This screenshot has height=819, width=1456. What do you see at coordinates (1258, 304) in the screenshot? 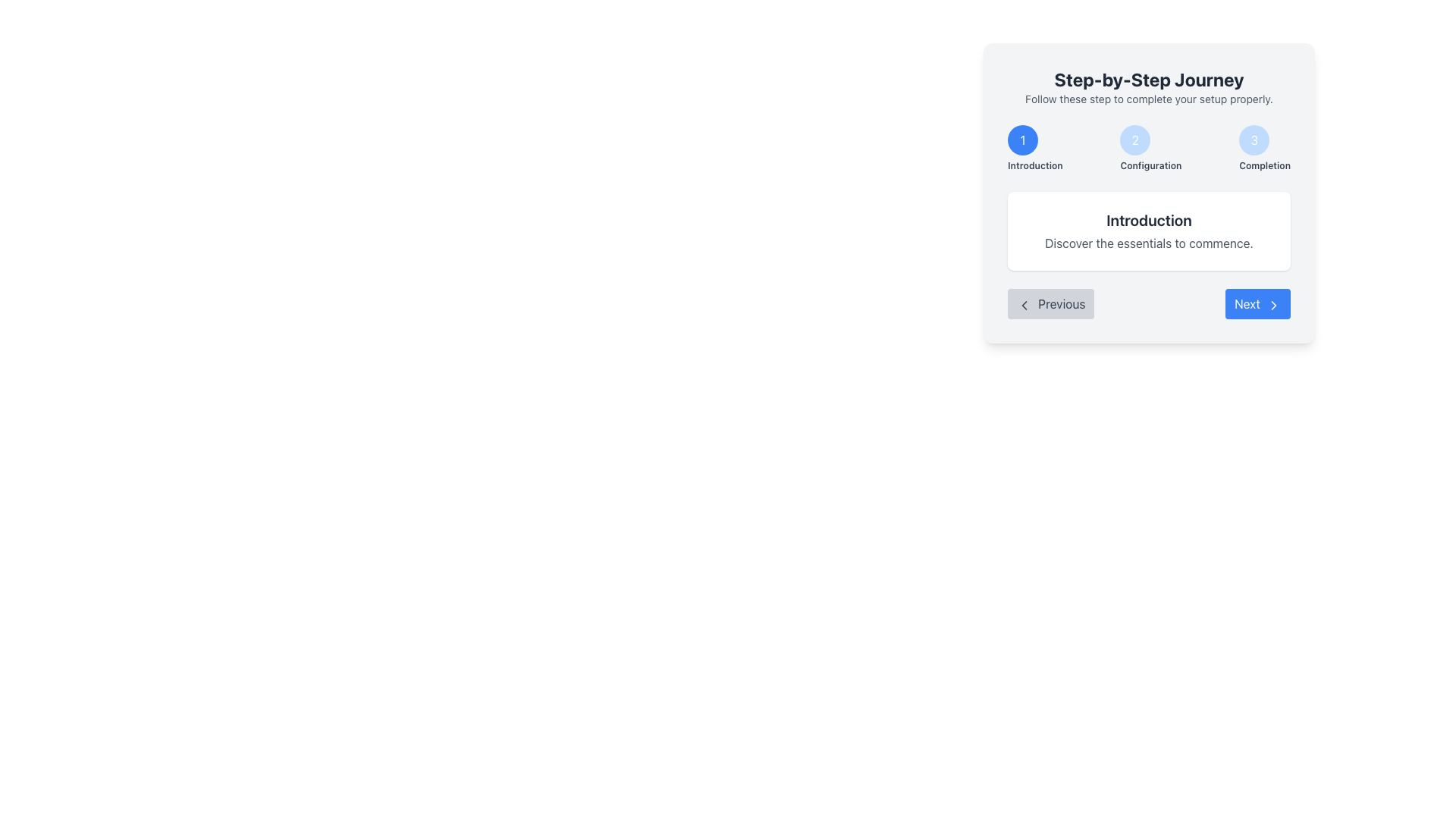
I see `the 'Next' button located at the bottom right corner of the card` at bounding box center [1258, 304].